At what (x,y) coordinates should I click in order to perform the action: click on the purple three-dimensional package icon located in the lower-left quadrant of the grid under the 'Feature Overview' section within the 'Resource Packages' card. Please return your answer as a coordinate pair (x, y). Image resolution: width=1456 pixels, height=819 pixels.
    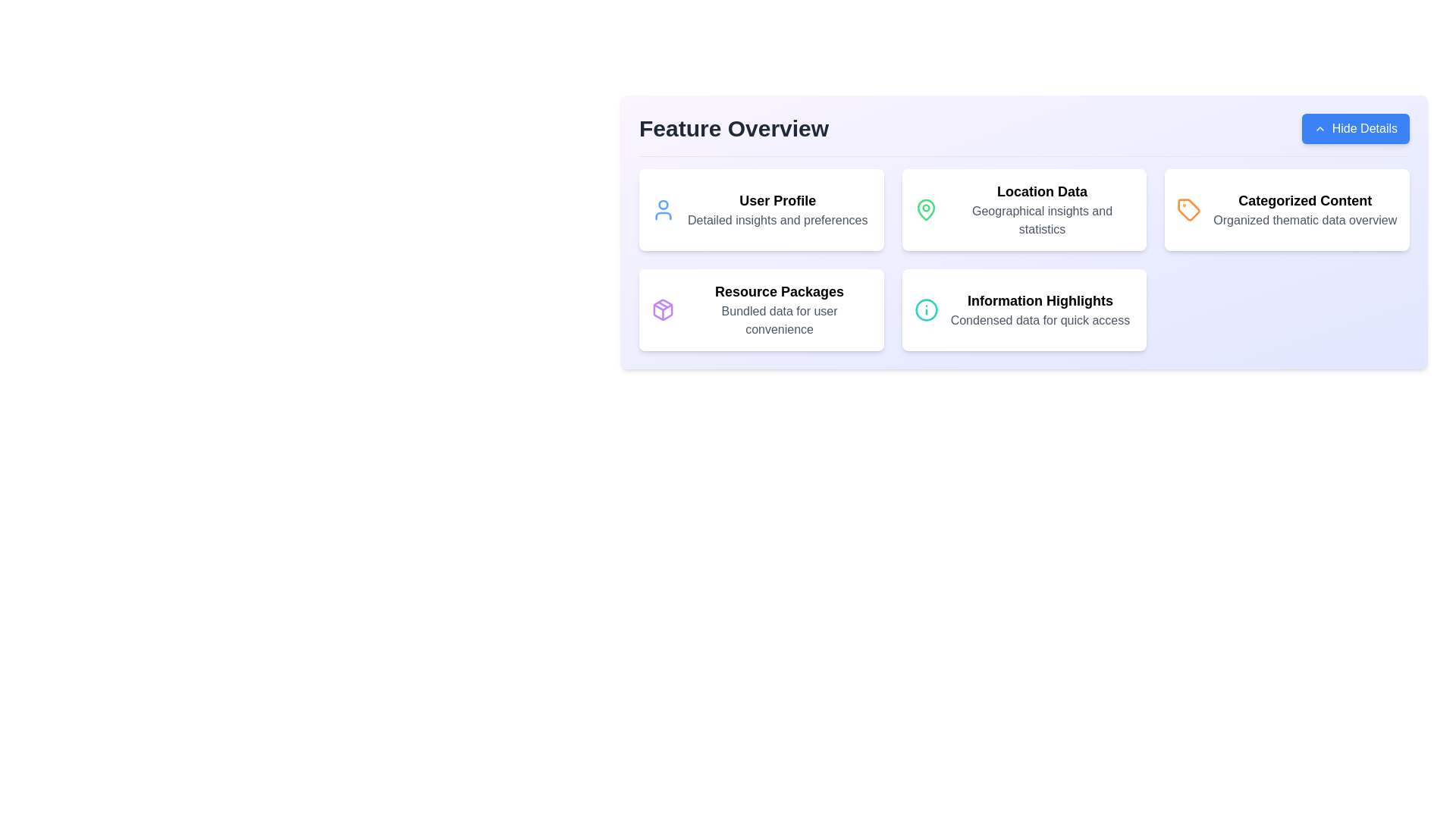
    Looking at the image, I should click on (663, 309).